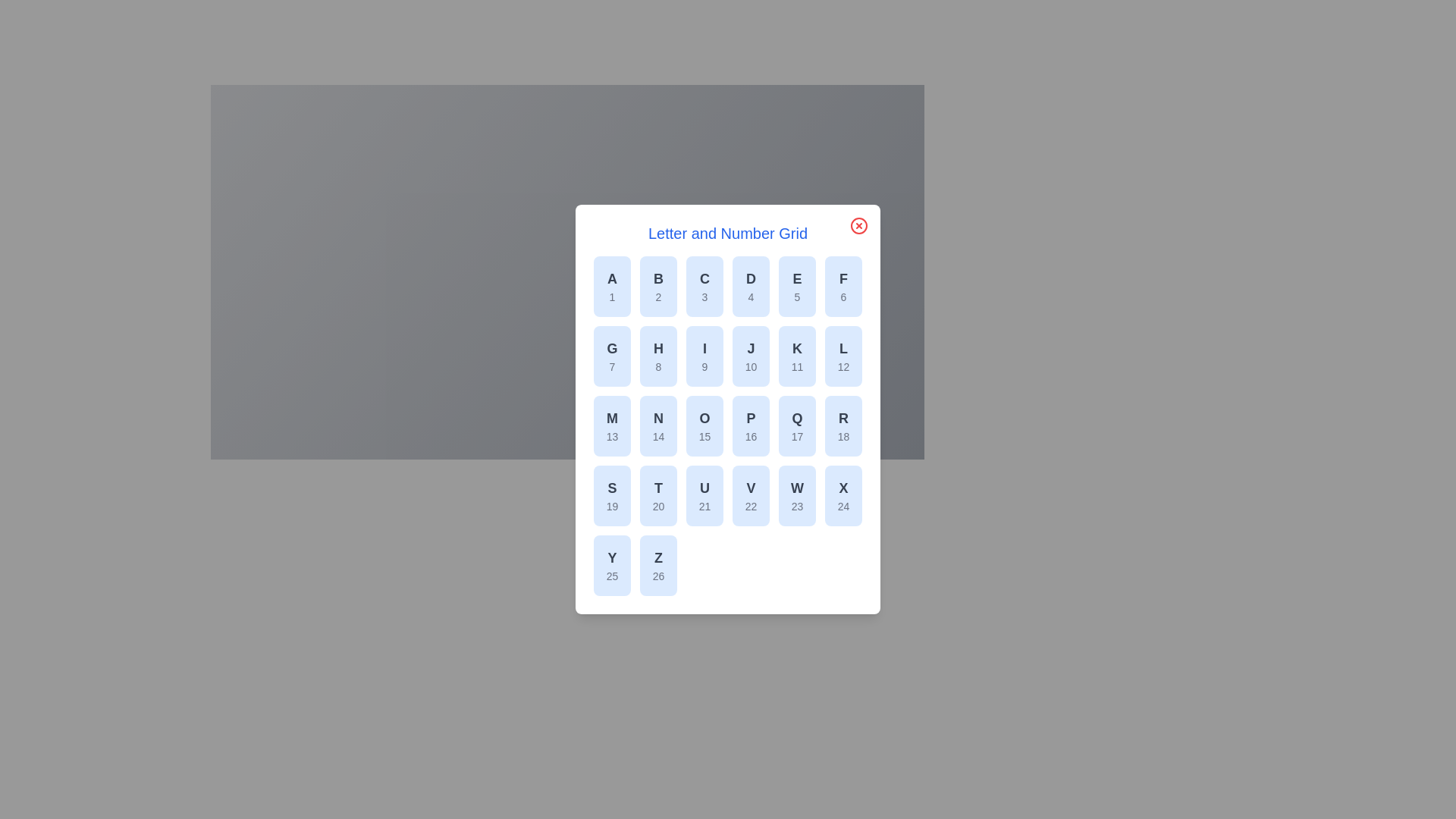  Describe the element at coordinates (612, 426) in the screenshot. I see `the grid item corresponding to letter M` at that location.